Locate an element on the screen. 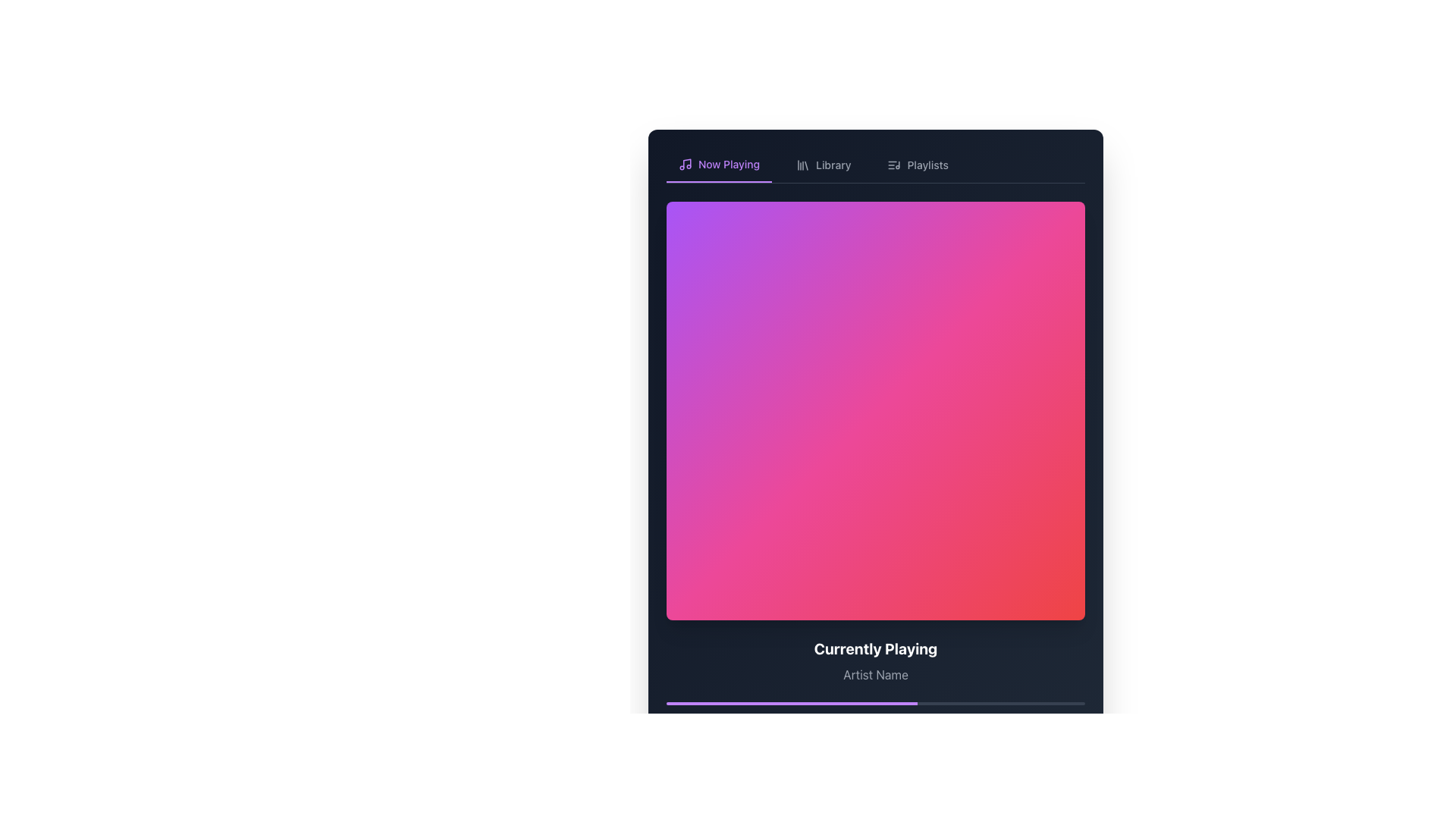 This screenshot has width=1456, height=819. the 'Artist Name' text label, which is located directly below the 'Currently Playing' header in the middle section of the interface is located at coordinates (876, 674).